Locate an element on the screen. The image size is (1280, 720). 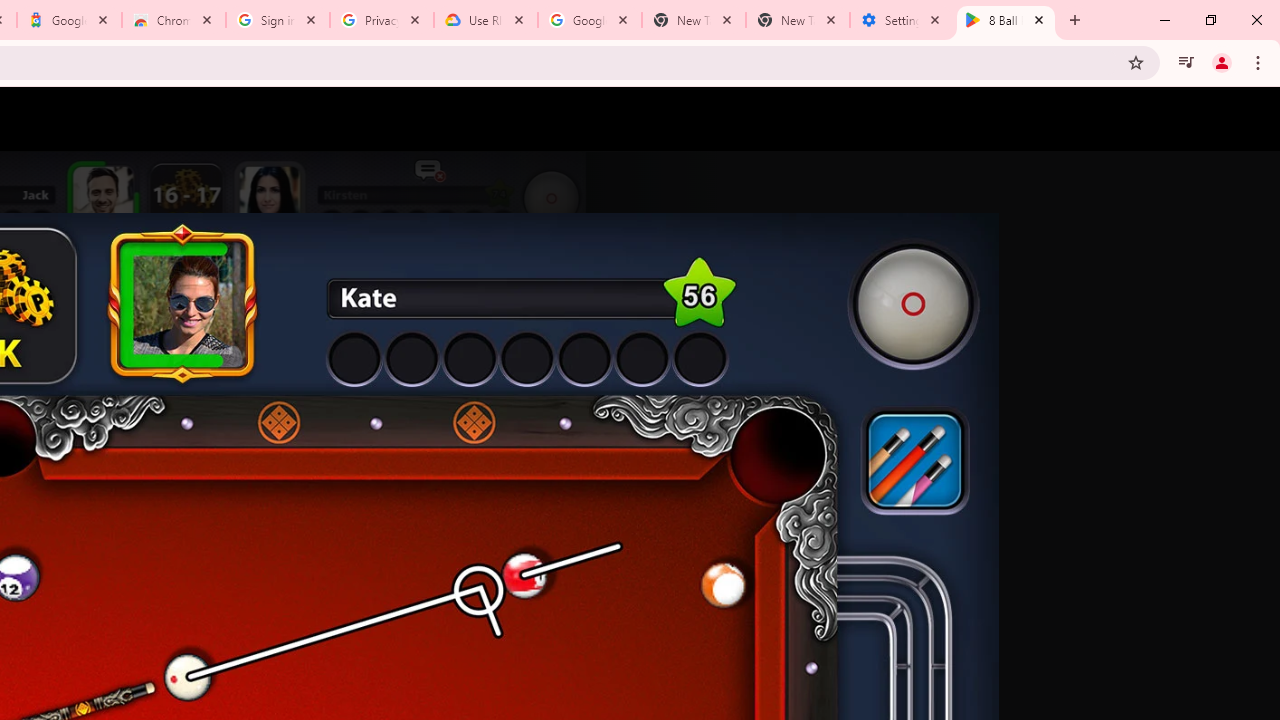
'Settings - System' is located at coordinates (900, 20).